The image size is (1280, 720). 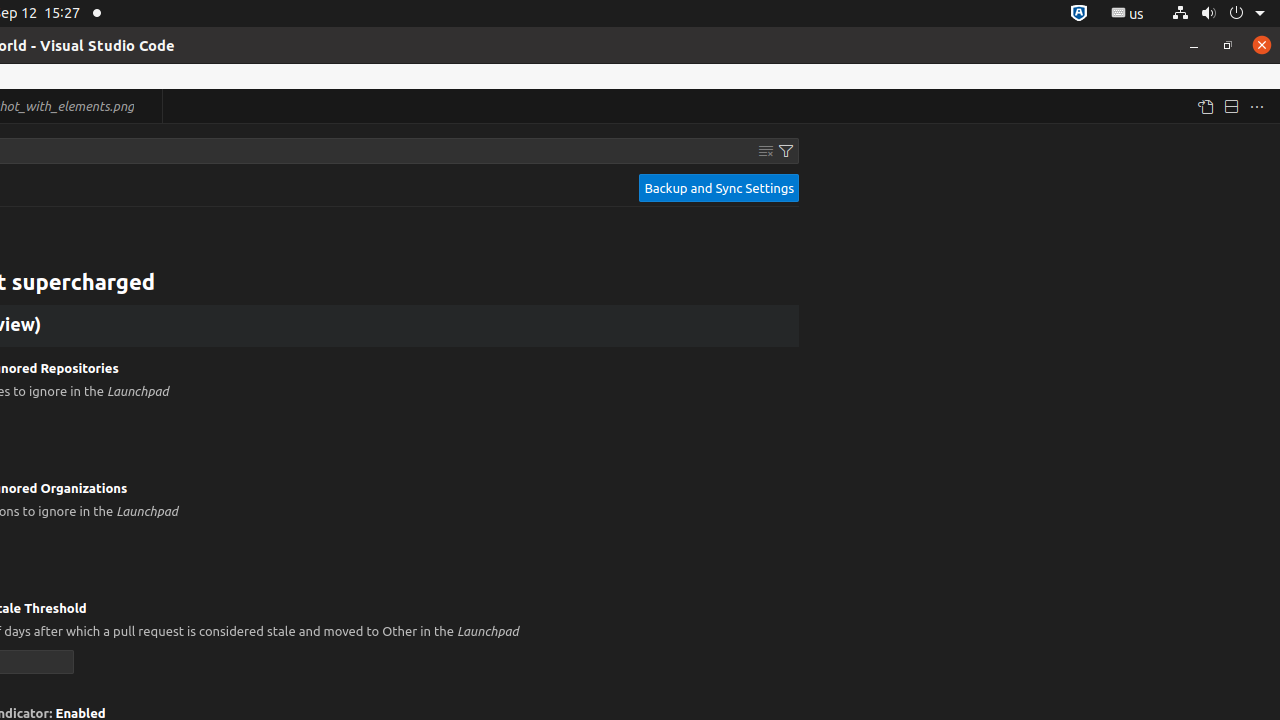 I want to click on 'Split Editor Right (Ctrl+\) [Alt] Split Editor Down', so click(x=1229, y=106).